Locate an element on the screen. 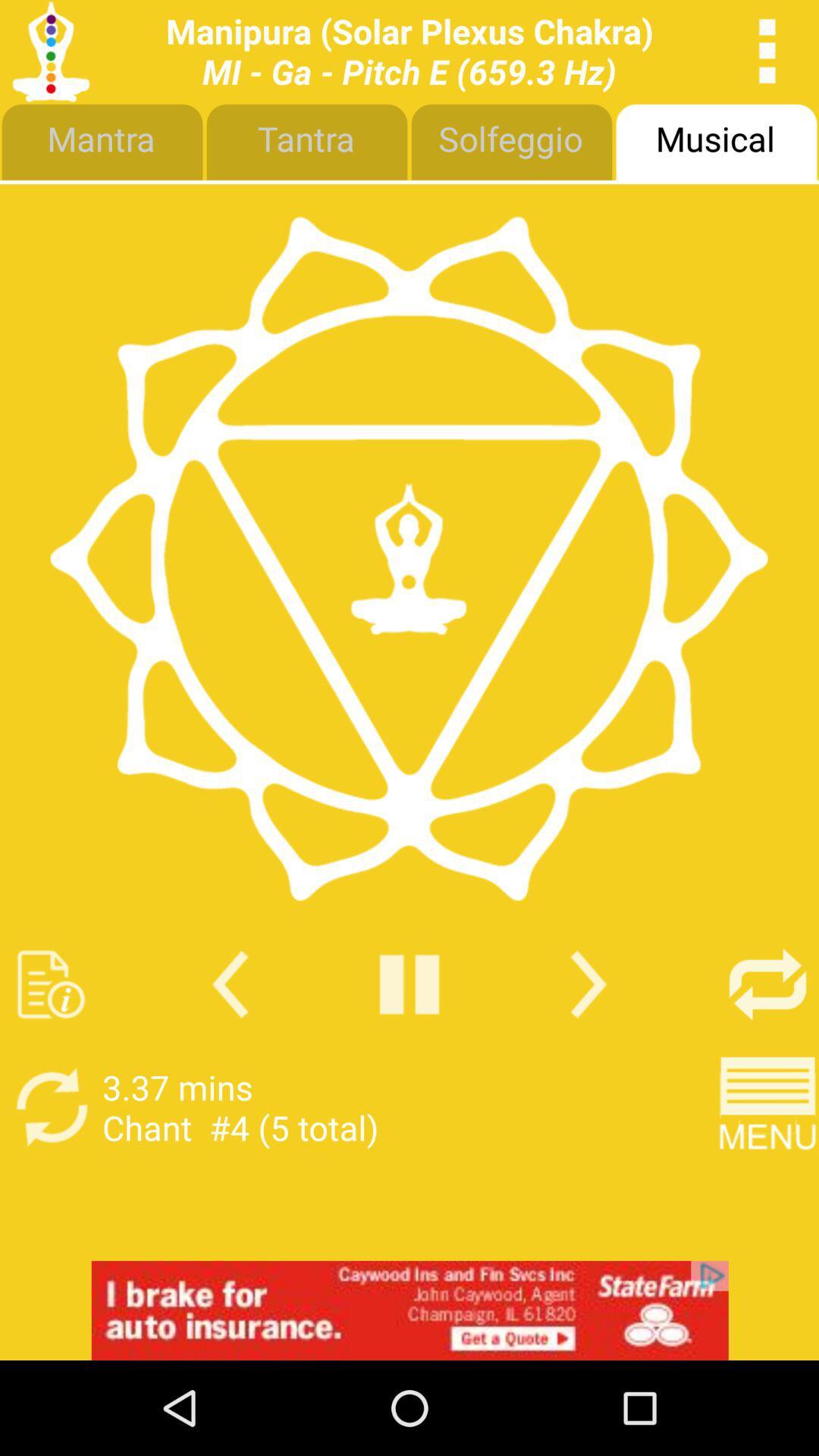  google advertisements is located at coordinates (409, 1310).